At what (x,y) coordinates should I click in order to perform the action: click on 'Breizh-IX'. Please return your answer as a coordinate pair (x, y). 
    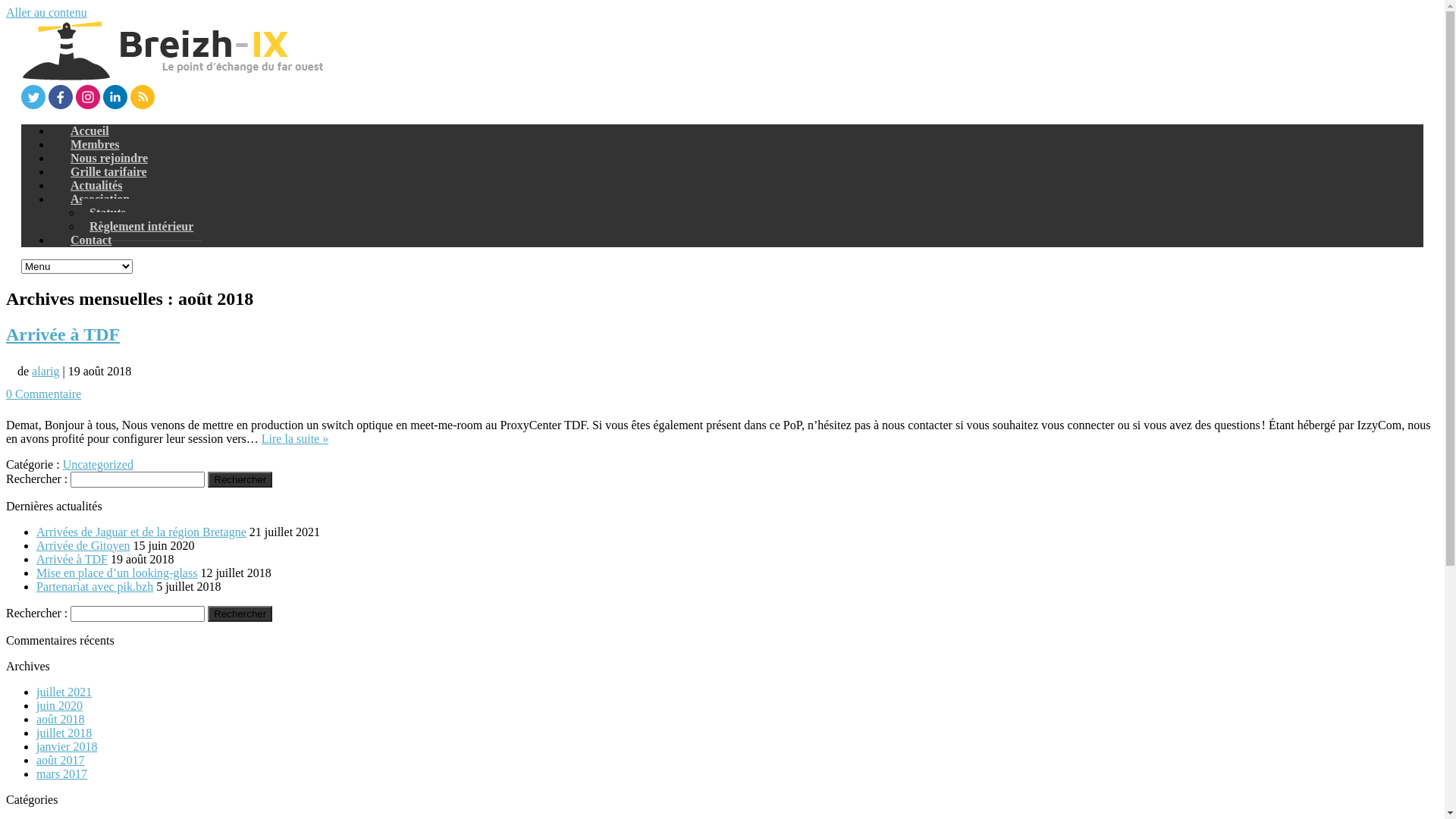
    Looking at the image, I should click on (173, 77).